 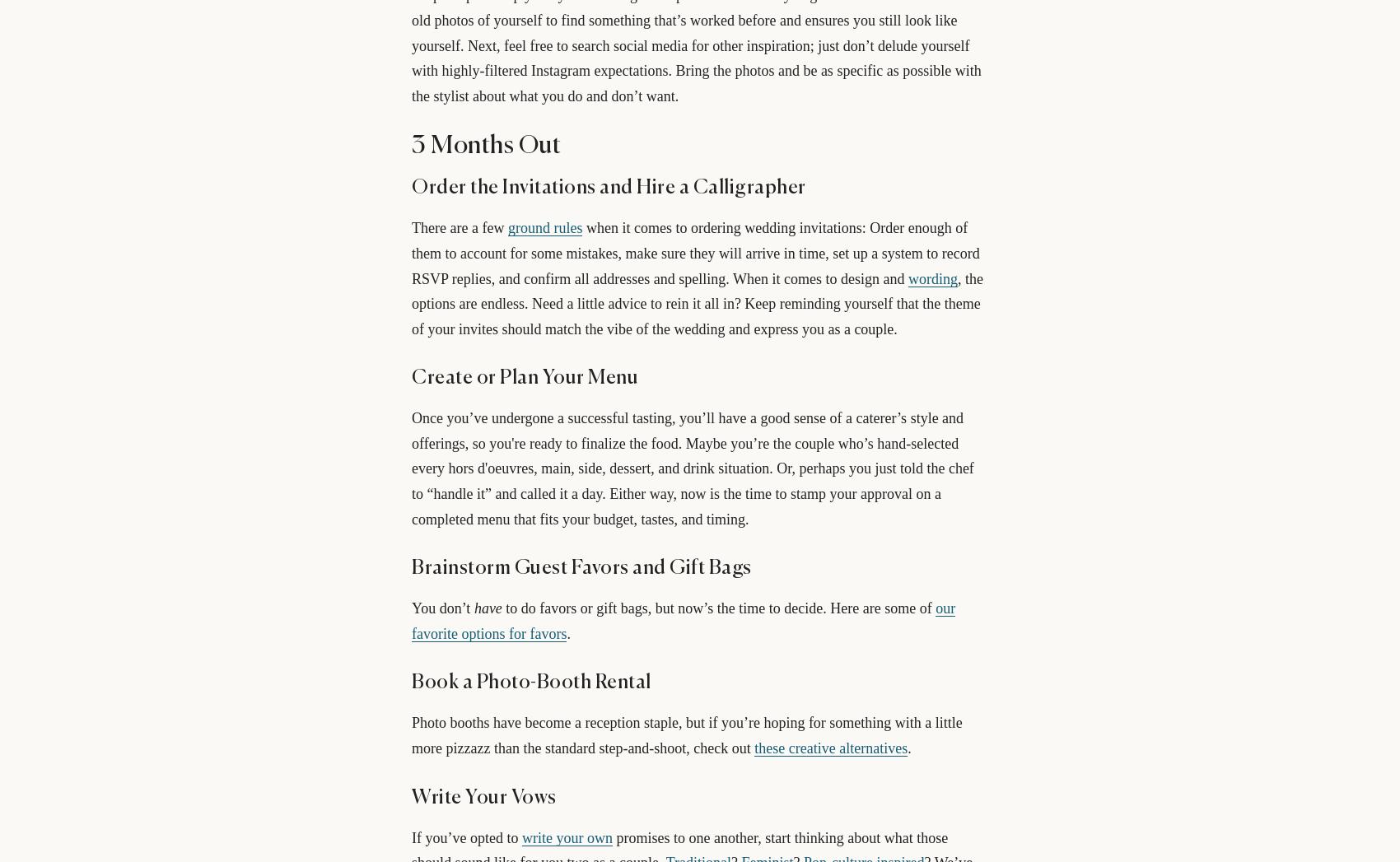 What do you see at coordinates (829, 748) in the screenshot?
I see `'these creative alternatives'` at bounding box center [829, 748].